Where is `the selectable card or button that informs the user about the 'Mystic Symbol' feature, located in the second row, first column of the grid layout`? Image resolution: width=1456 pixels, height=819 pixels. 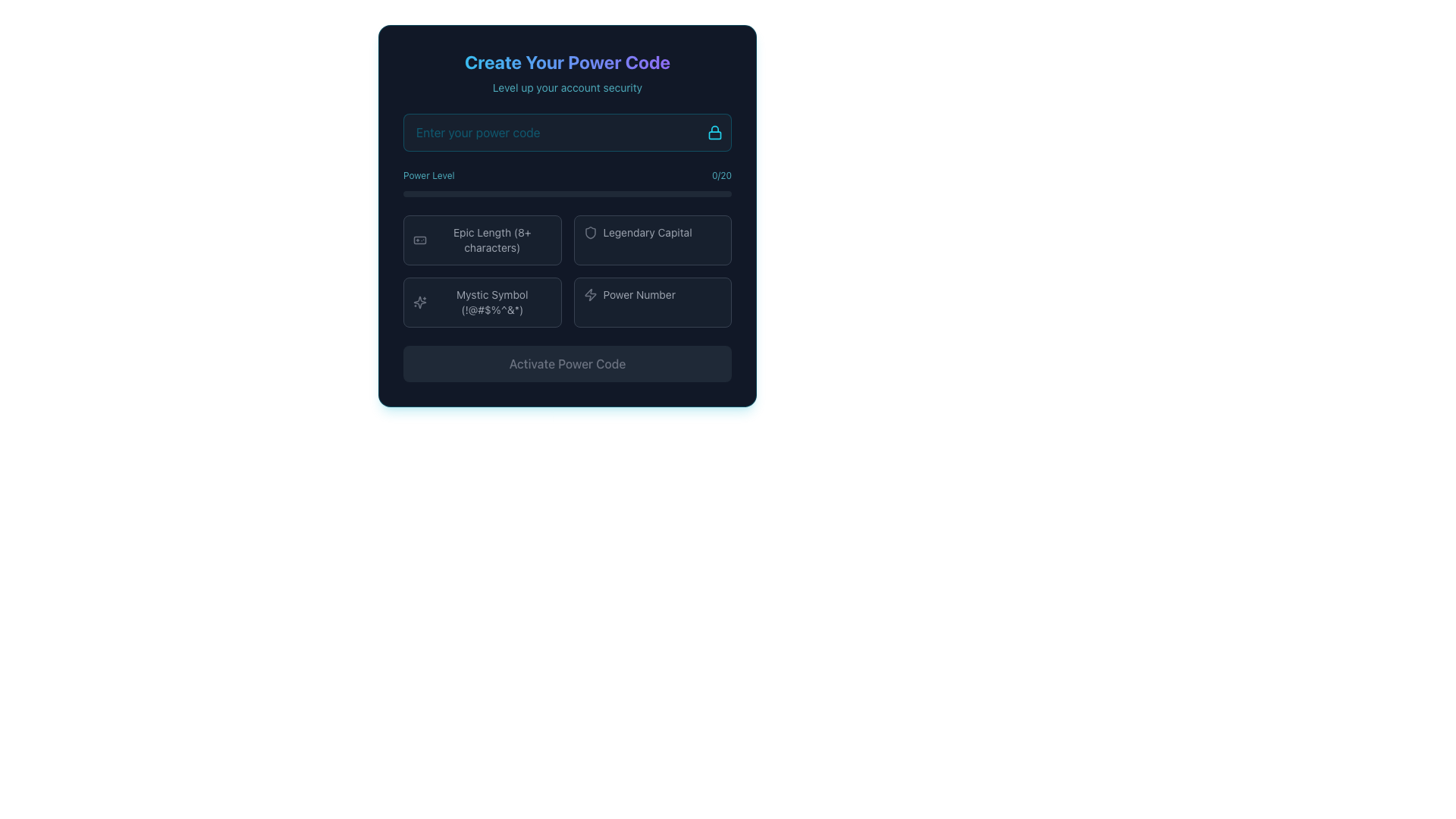
the selectable card or button that informs the user about the 'Mystic Symbol' feature, located in the second row, first column of the grid layout is located at coordinates (482, 302).